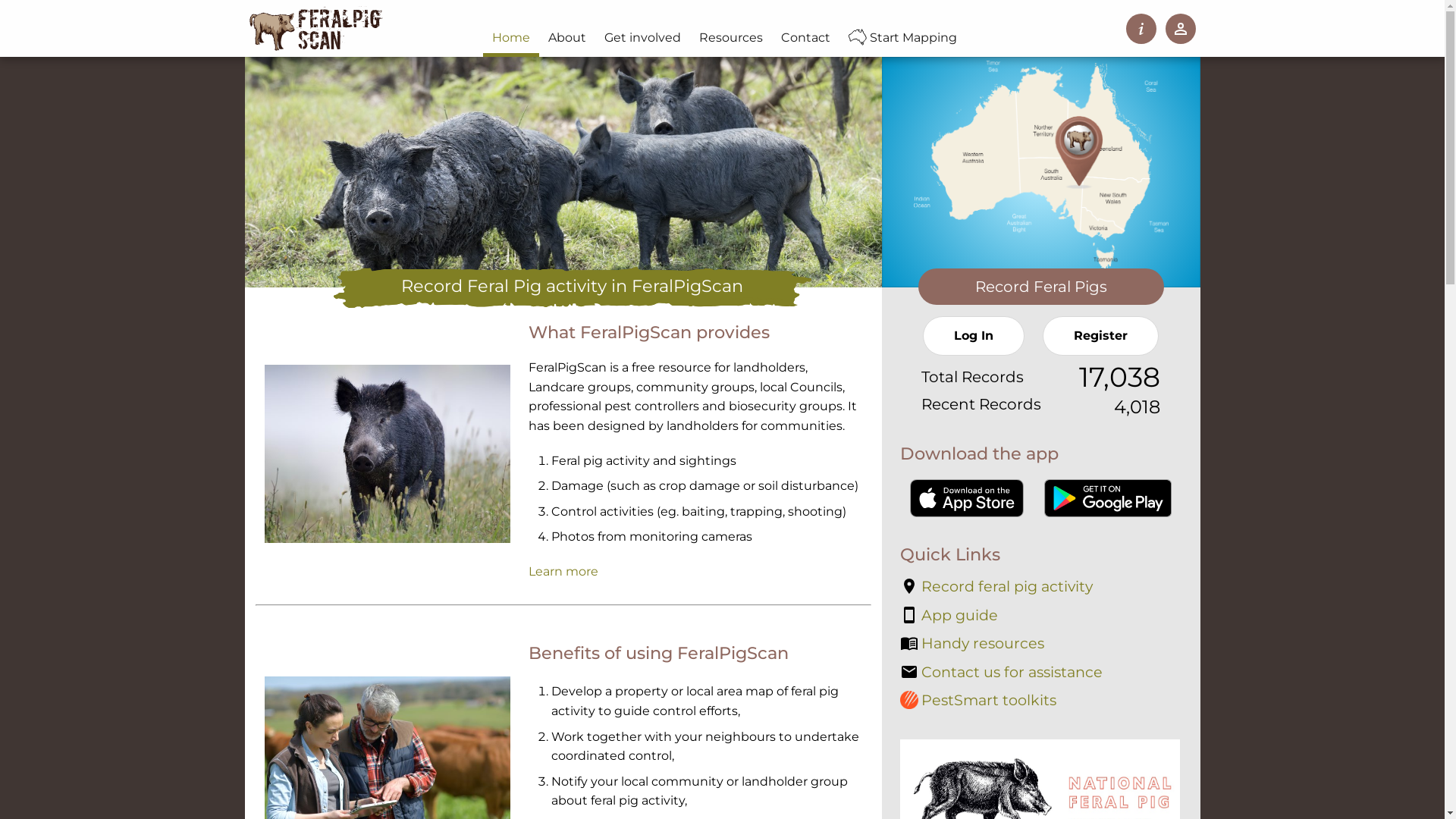 The height and width of the screenshot is (819, 1456). Describe the element at coordinates (1100, 335) in the screenshot. I see `'Register'` at that location.